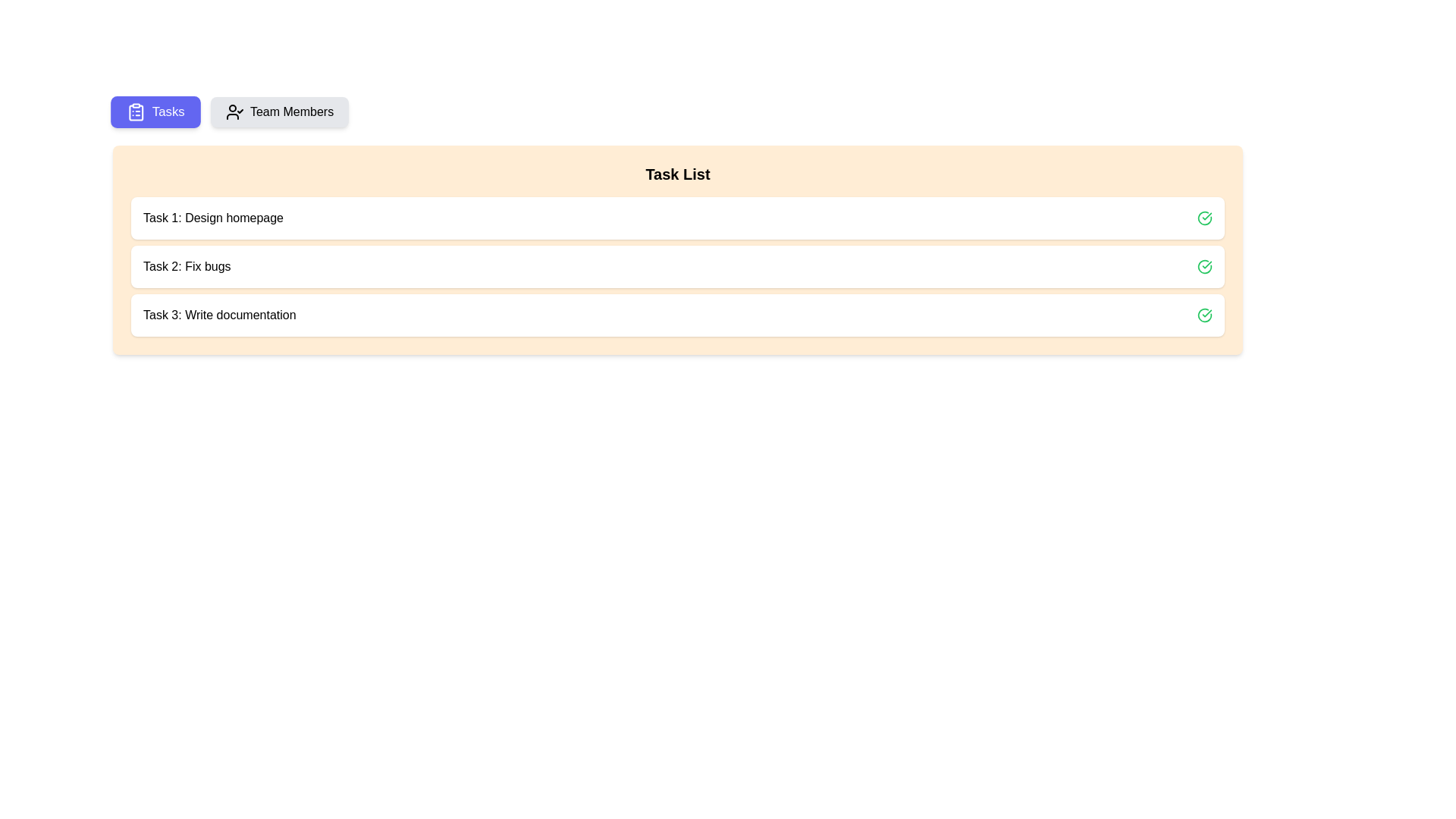  Describe the element at coordinates (168, 111) in the screenshot. I see `text label 'Tasks' located at the center-right end of the purple button, which serves as an indicator for the associated interactive button` at that location.